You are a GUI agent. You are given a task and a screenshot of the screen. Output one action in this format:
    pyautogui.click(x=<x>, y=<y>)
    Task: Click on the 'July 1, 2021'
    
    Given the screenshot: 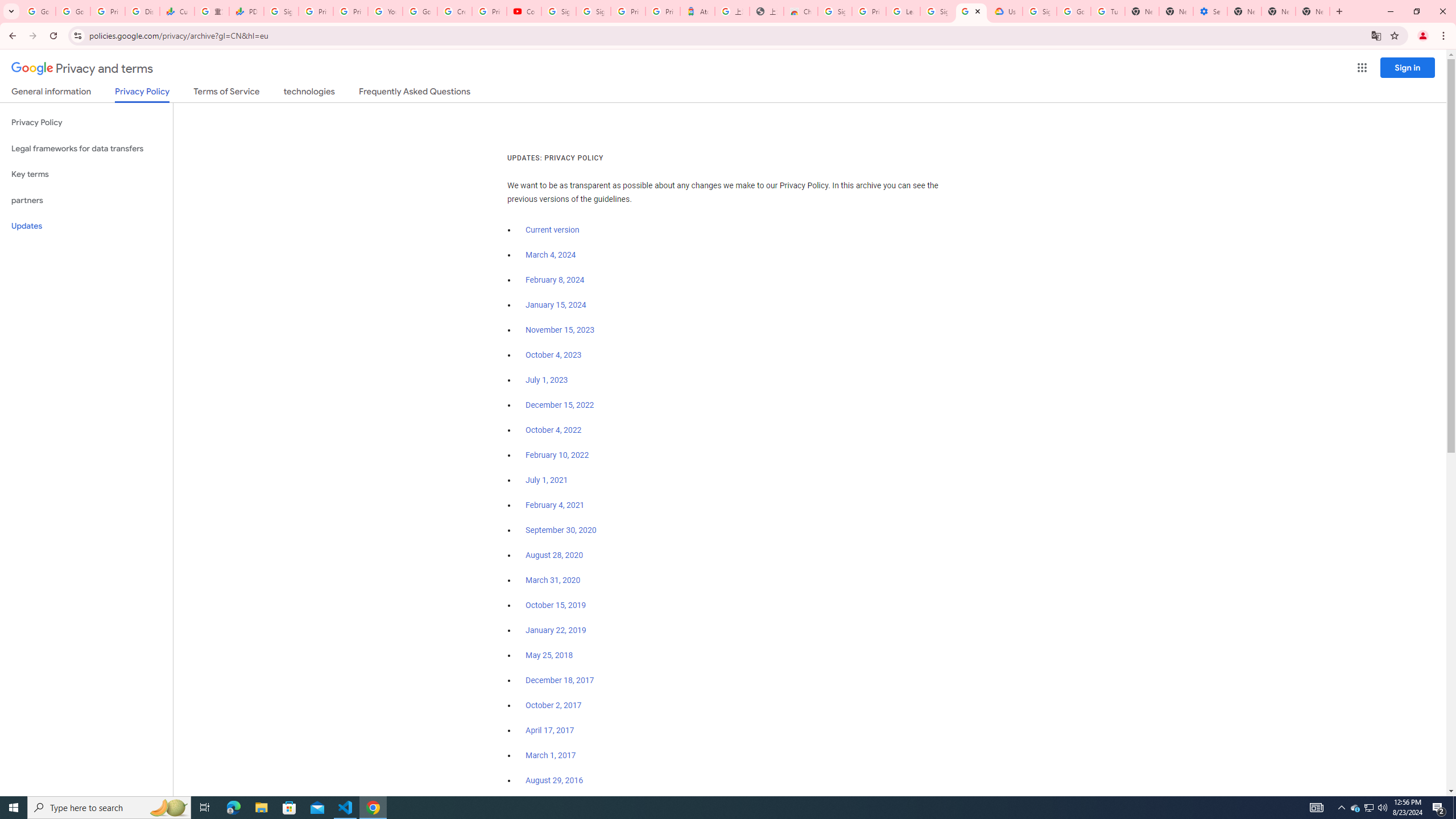 What is the action you would take?
    pyautogui.click(x=547, y=481)
    